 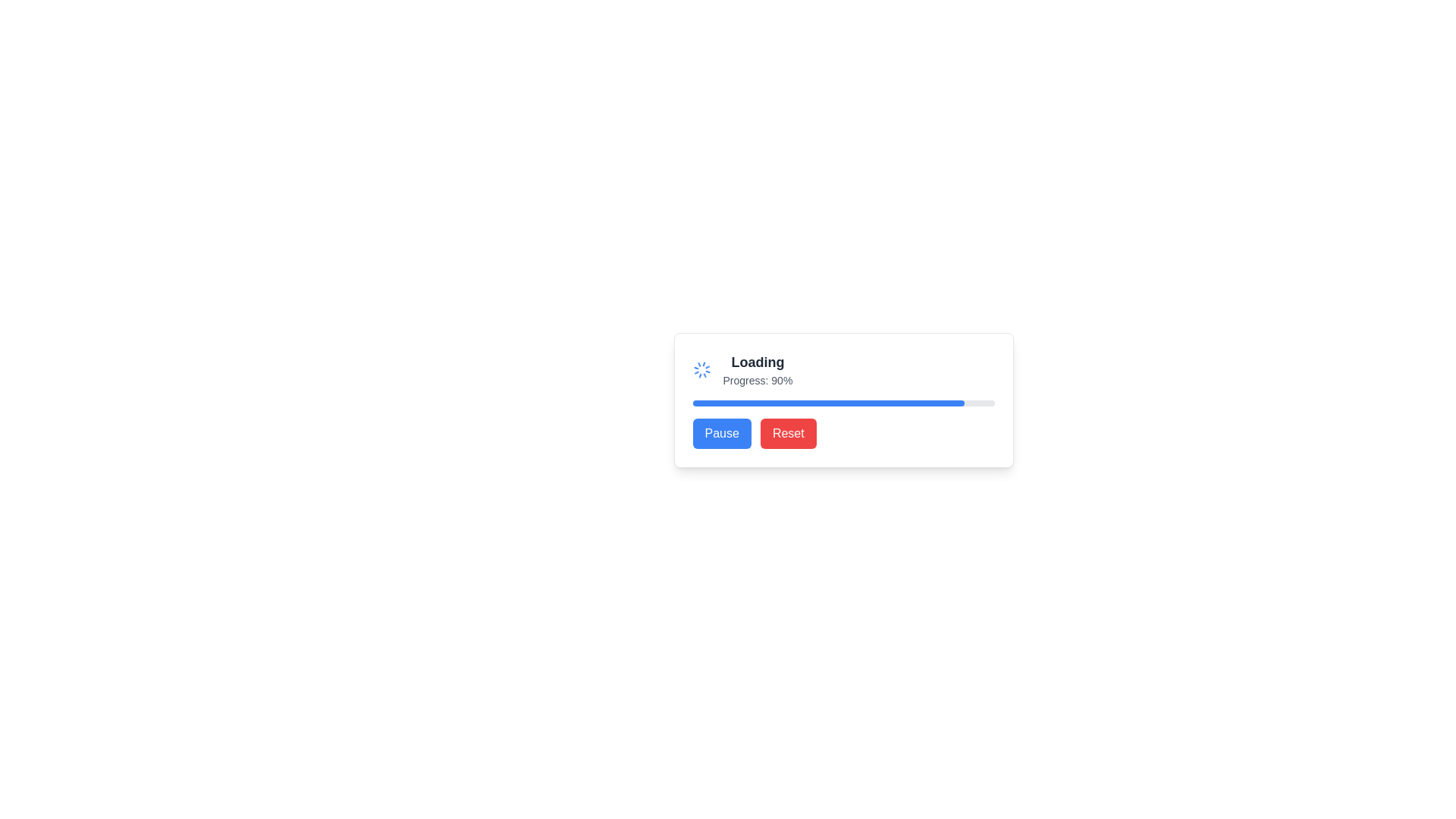 What do you see at coordinates (788, 433) in the screenshot?
I see `the 'Reset' button, which is a rectangular button with rounded corners, red background, and white text, located to the right of the 'Pause' button` at bounding box center [788, 433].